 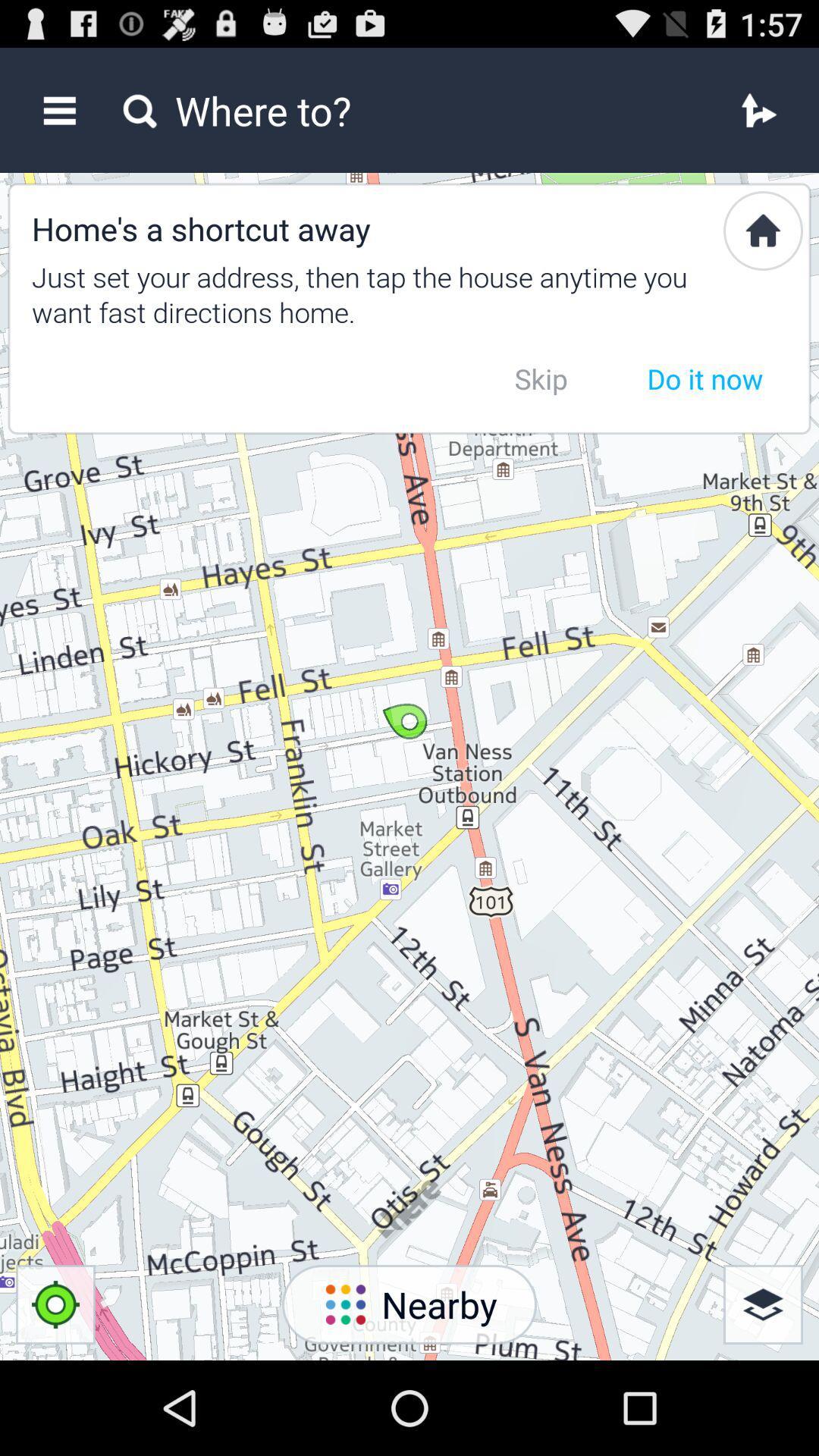 What do you see at coordinates (763, 1395) in the screenshot?
I see `the layers icon` at bounding box center [763, 1395].